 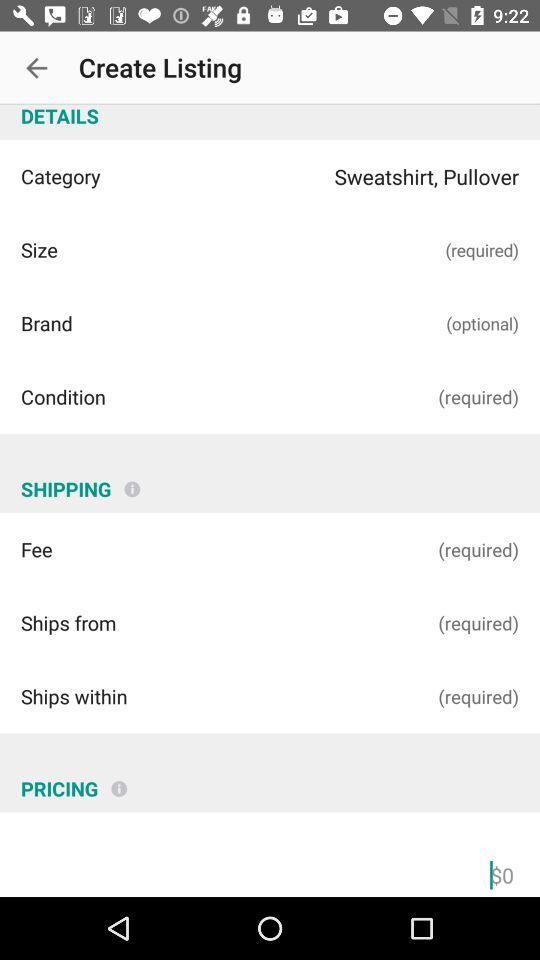 I want to click on item next to shipping item, so click(x=132, y=480).